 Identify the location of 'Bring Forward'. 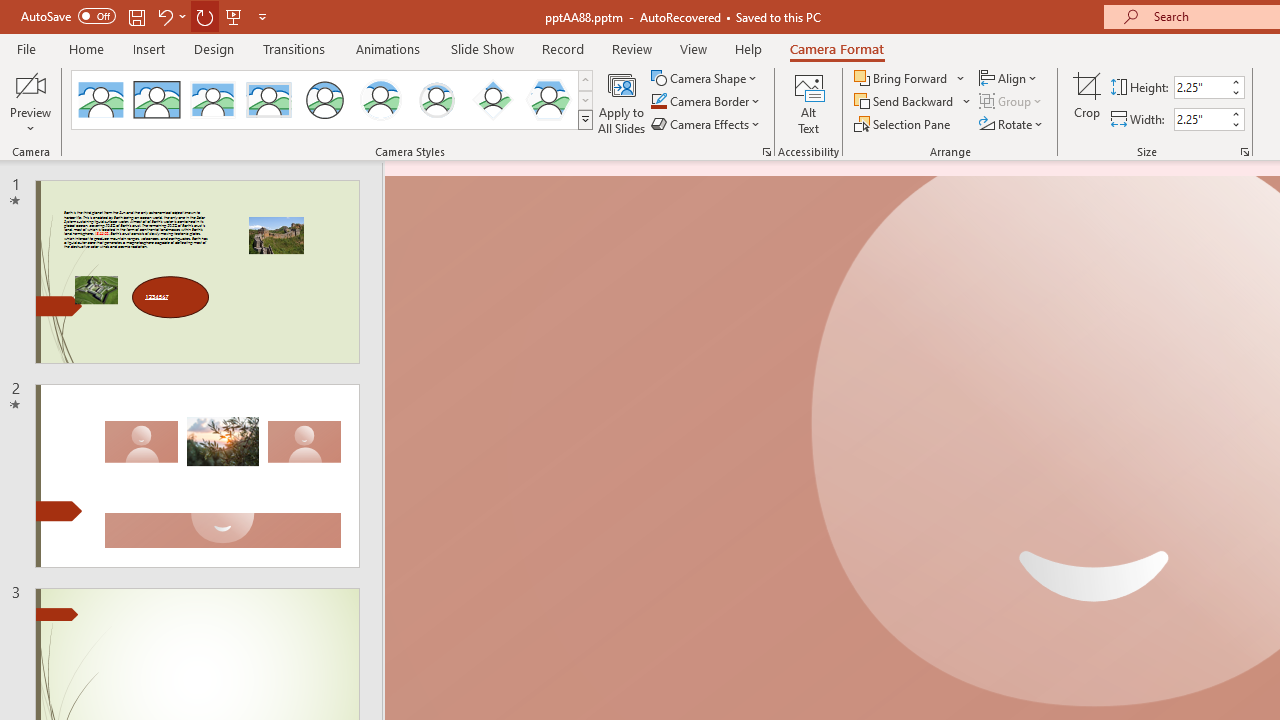
(901, 77).